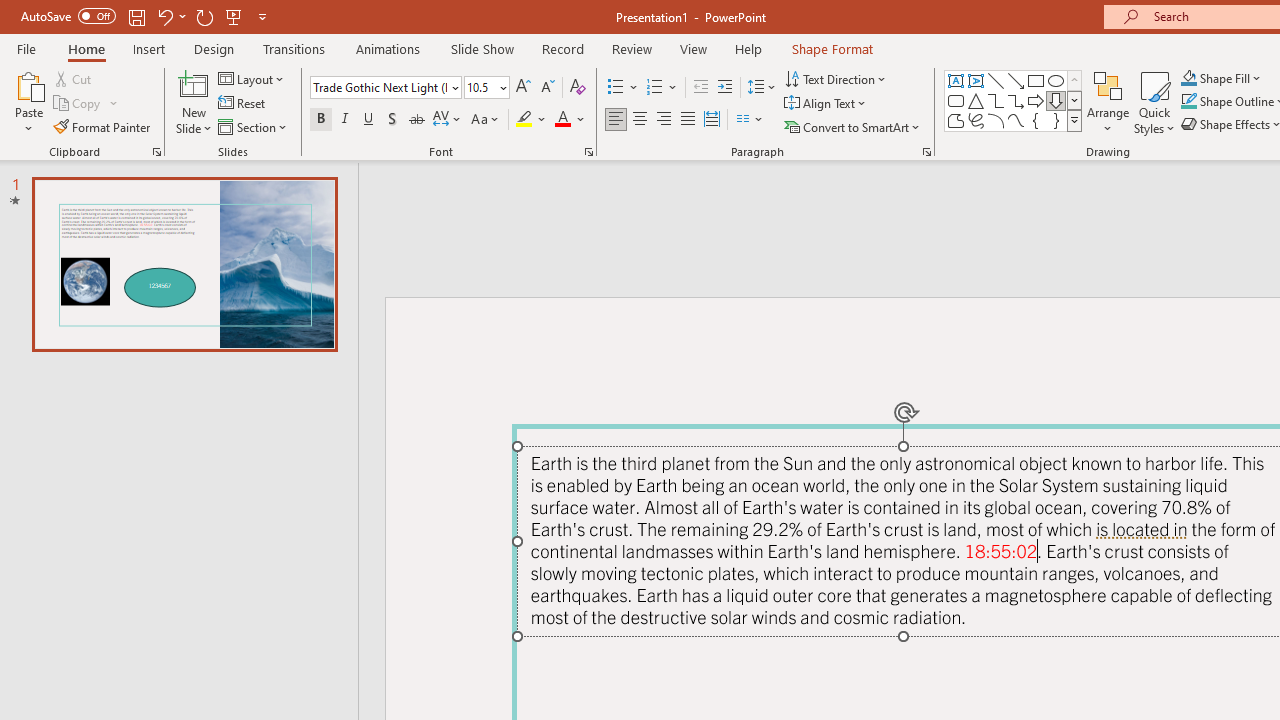  What do you see at coordinates (242, 103) in the screenshot?
I see `'Reset'` at bounding box center [242, 103].